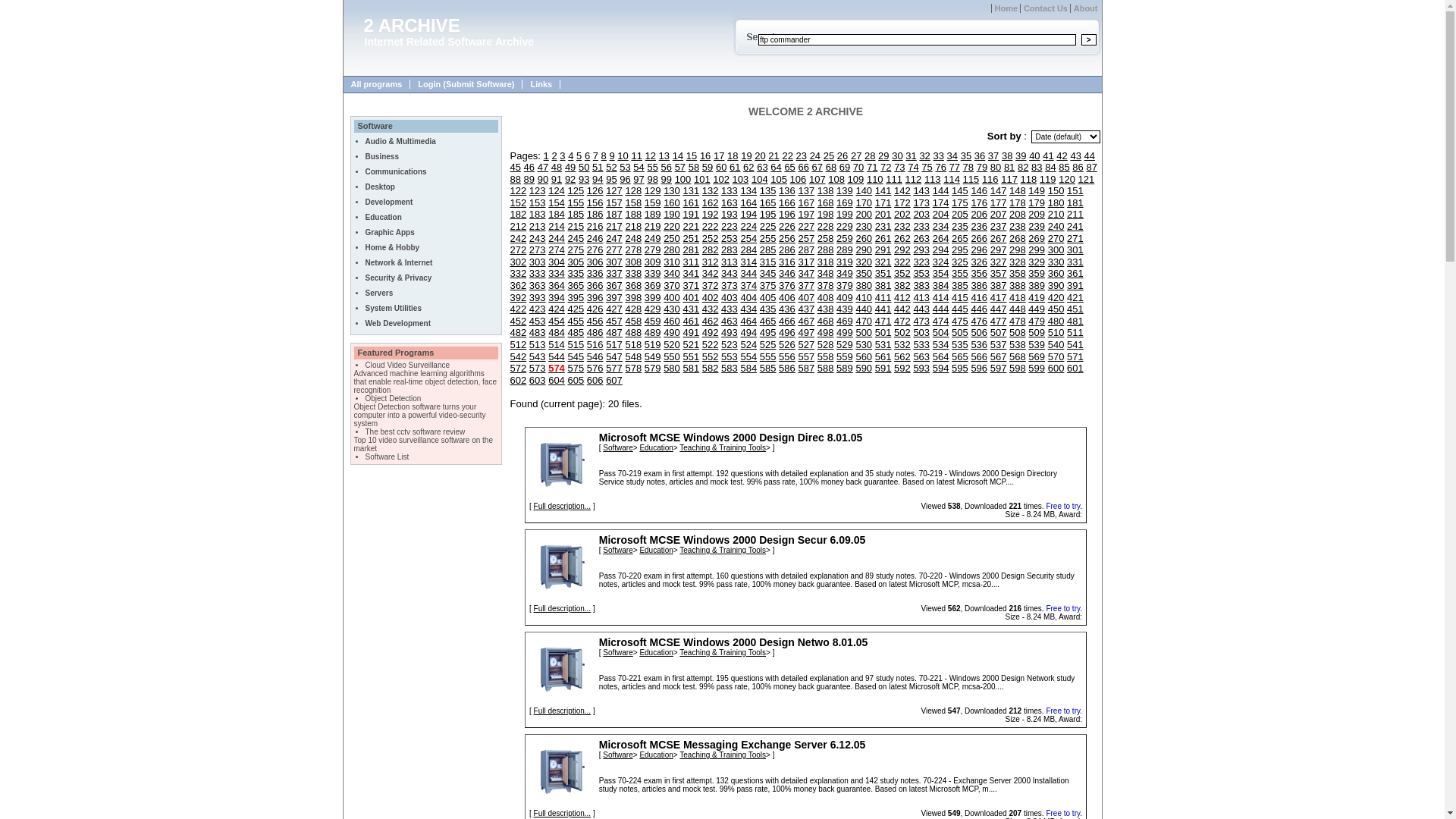  Describe the element at coordinates (767, 331) in the screenshot. I see `'495'` at that location.